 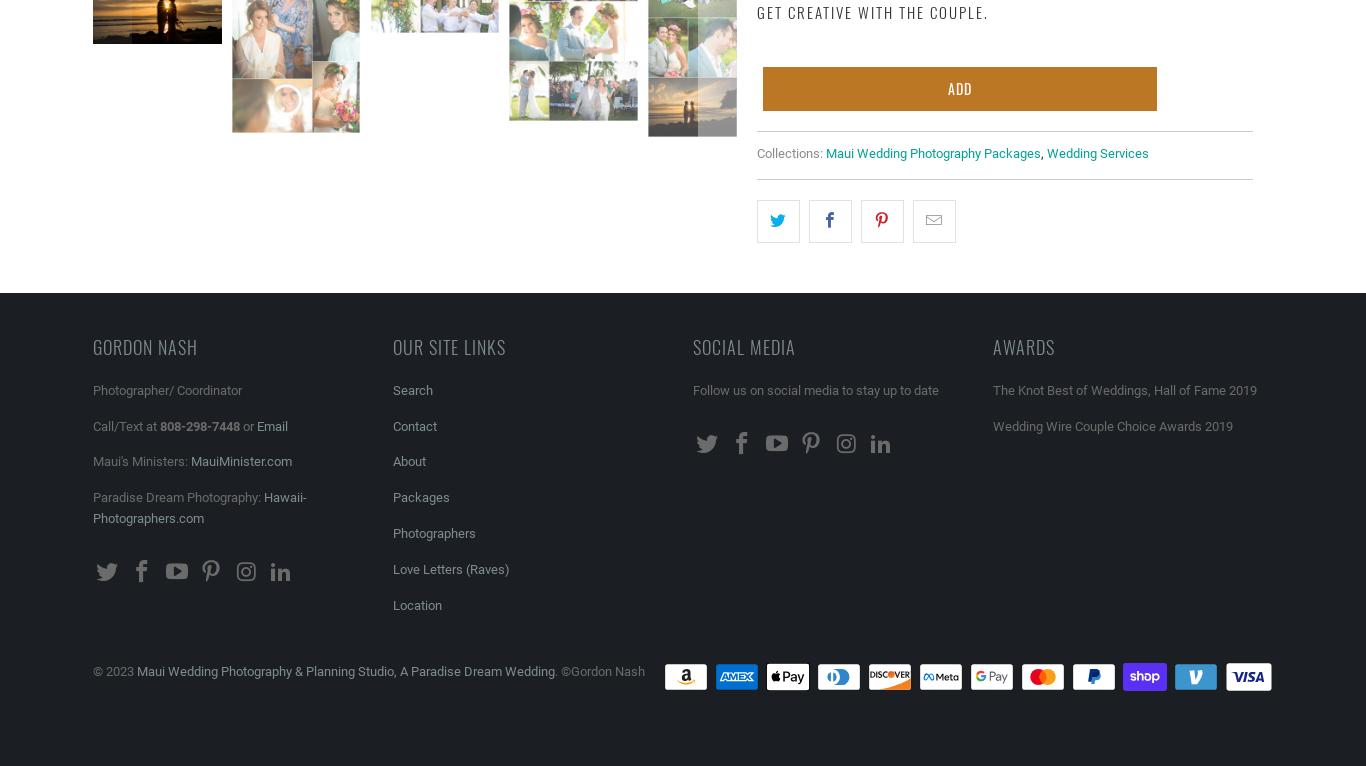 What do you see at coordinates (413, 425) in the screenshot?
I see `'Contact'` at bounding box center [413, 425].